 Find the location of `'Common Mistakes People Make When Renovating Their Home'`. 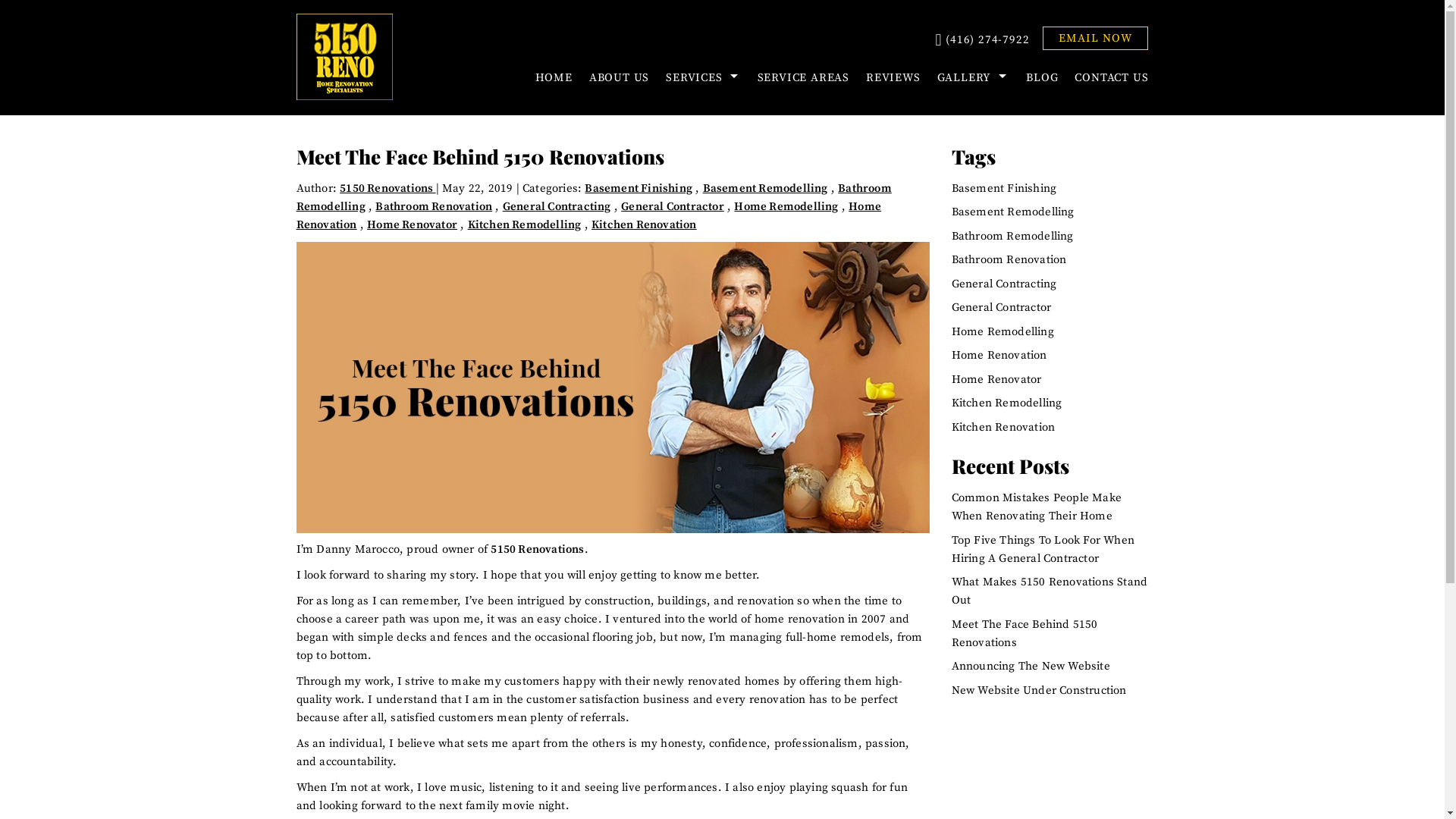

'Common Mistakes People Make When Renovating Their Home' is located at coordinates (1036, 507).